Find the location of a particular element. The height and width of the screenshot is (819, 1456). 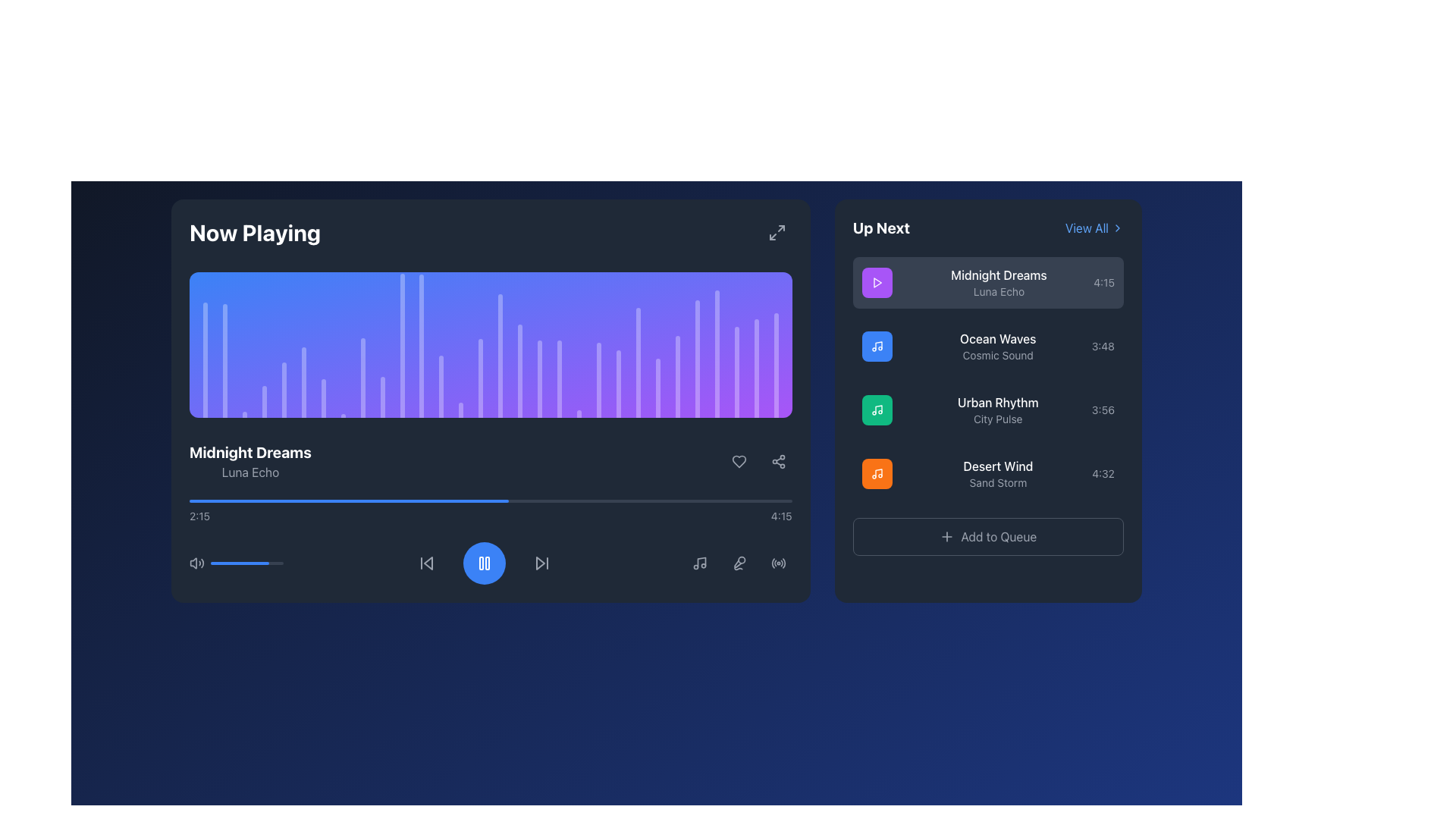

the circular gray button with a backward-facing arrow to skip to the previous track is located at coordinates (425, 563).